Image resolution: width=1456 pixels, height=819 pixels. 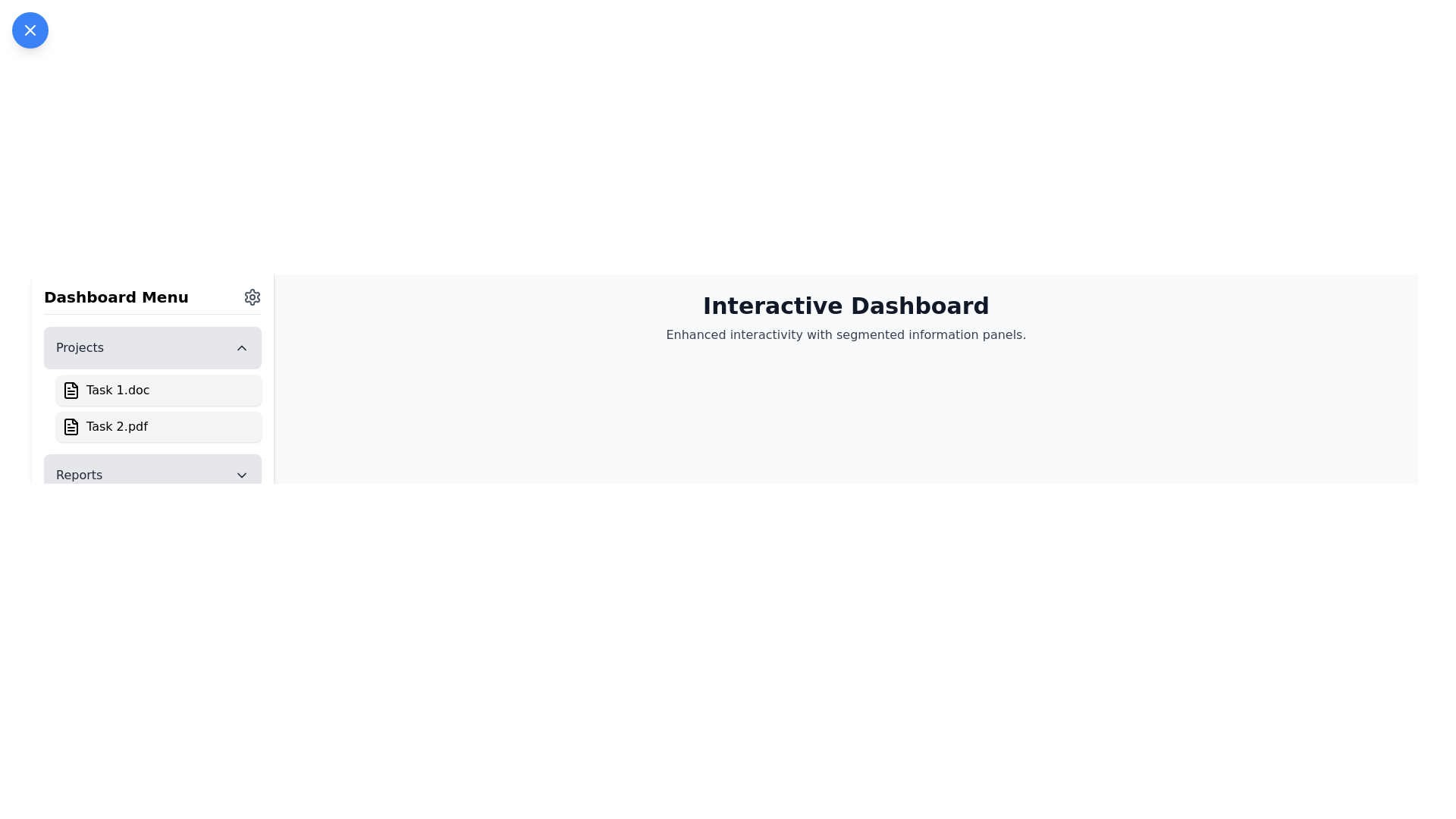 What do you see at coordinates (158, 390) in the screenshot?
I see `the first selectable item in the 'Projects' section of the left sidebar` at bounding box center [158, 390].